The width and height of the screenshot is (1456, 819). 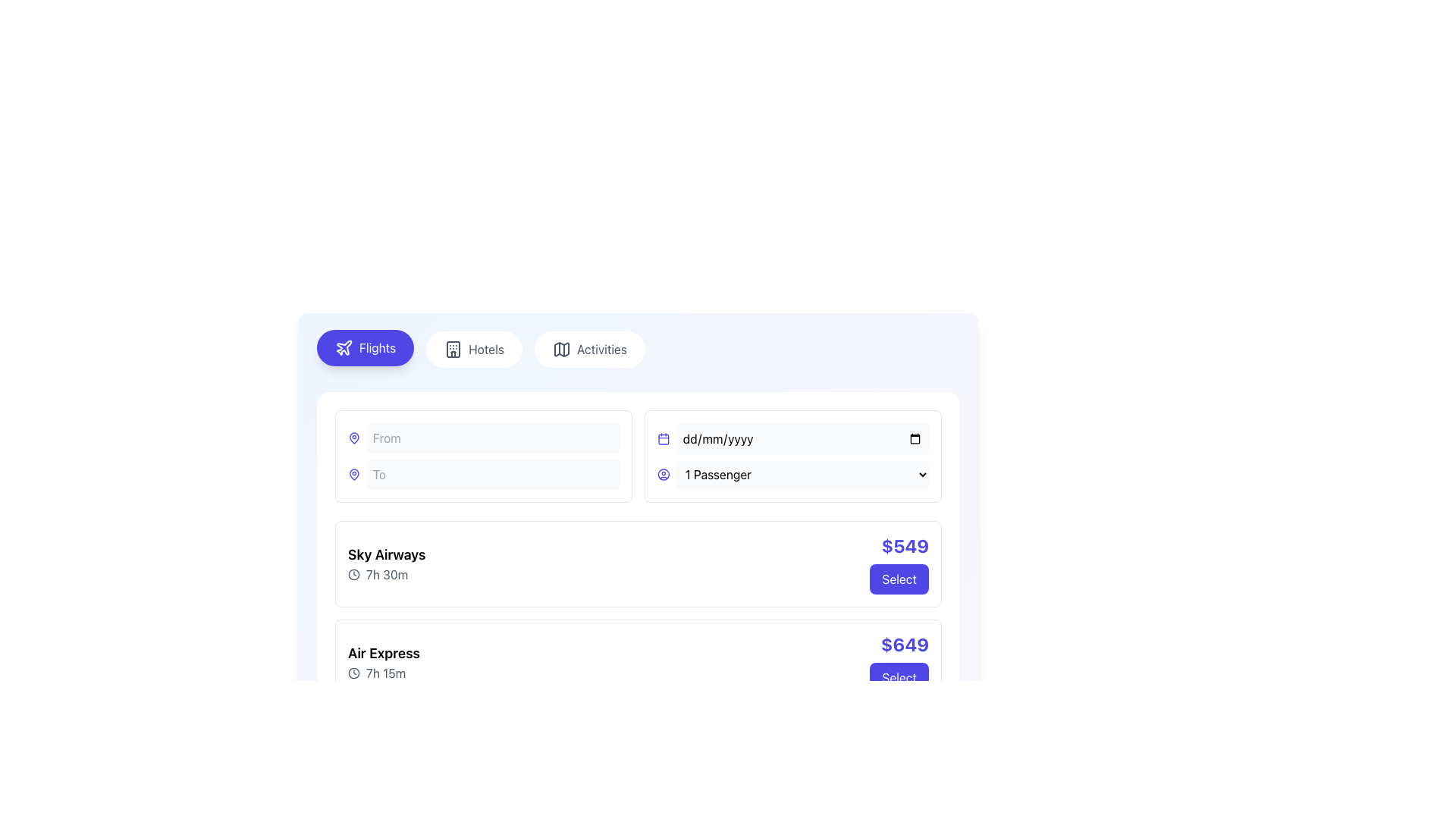 What do you see at coordinates (473, 350) in the screenshot?
I see `the 'Hotels' navigation button located between the 'Flights' and 'Activities' buttons to change its background color` at bounding box center [473, 350].